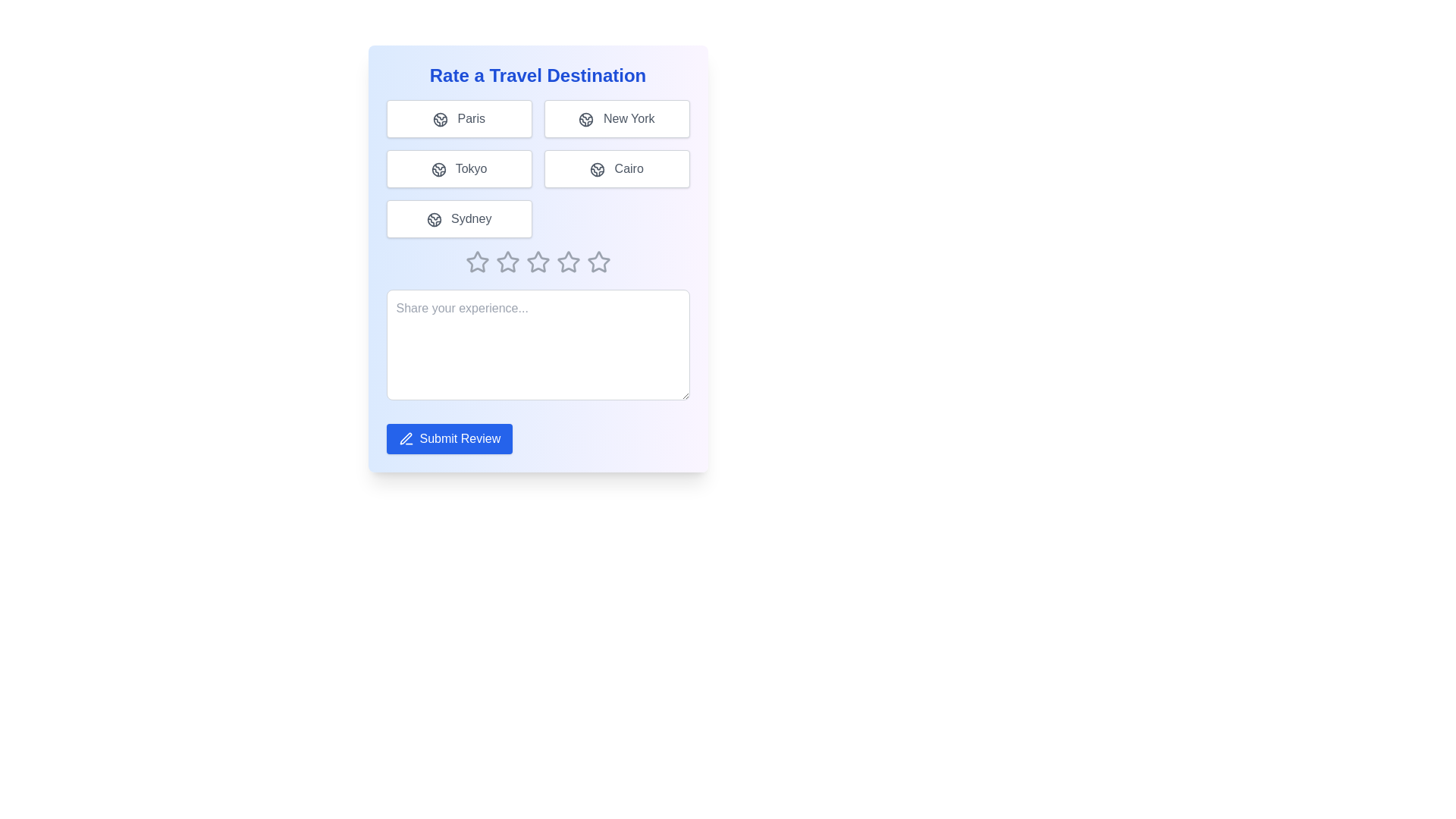  Describe the element at coordinates (538, 261) in the screenshot. I see `the third star in the rating system` at that location.